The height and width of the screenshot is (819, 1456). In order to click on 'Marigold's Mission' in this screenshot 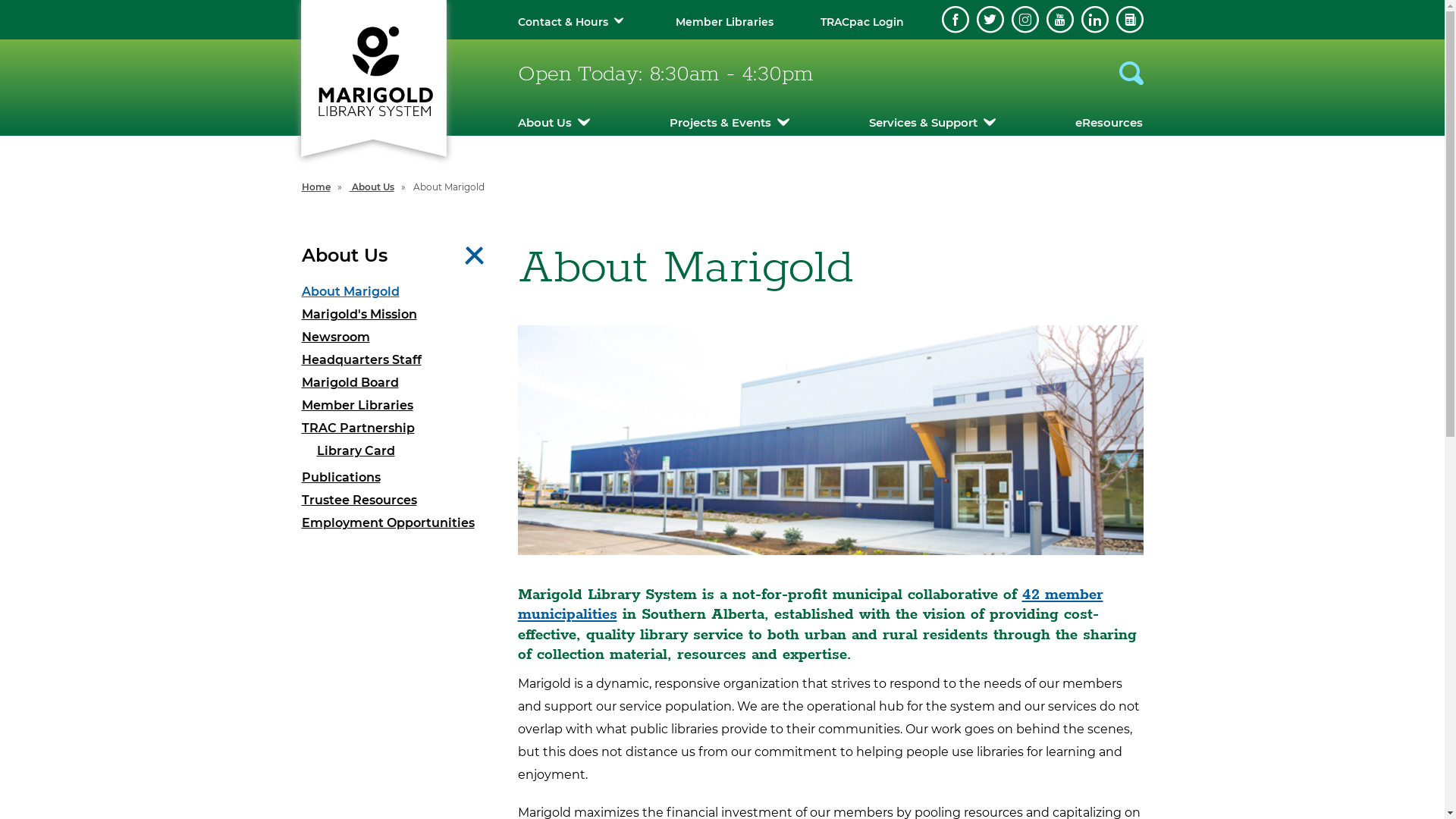, I will do `click(398, 314)`.